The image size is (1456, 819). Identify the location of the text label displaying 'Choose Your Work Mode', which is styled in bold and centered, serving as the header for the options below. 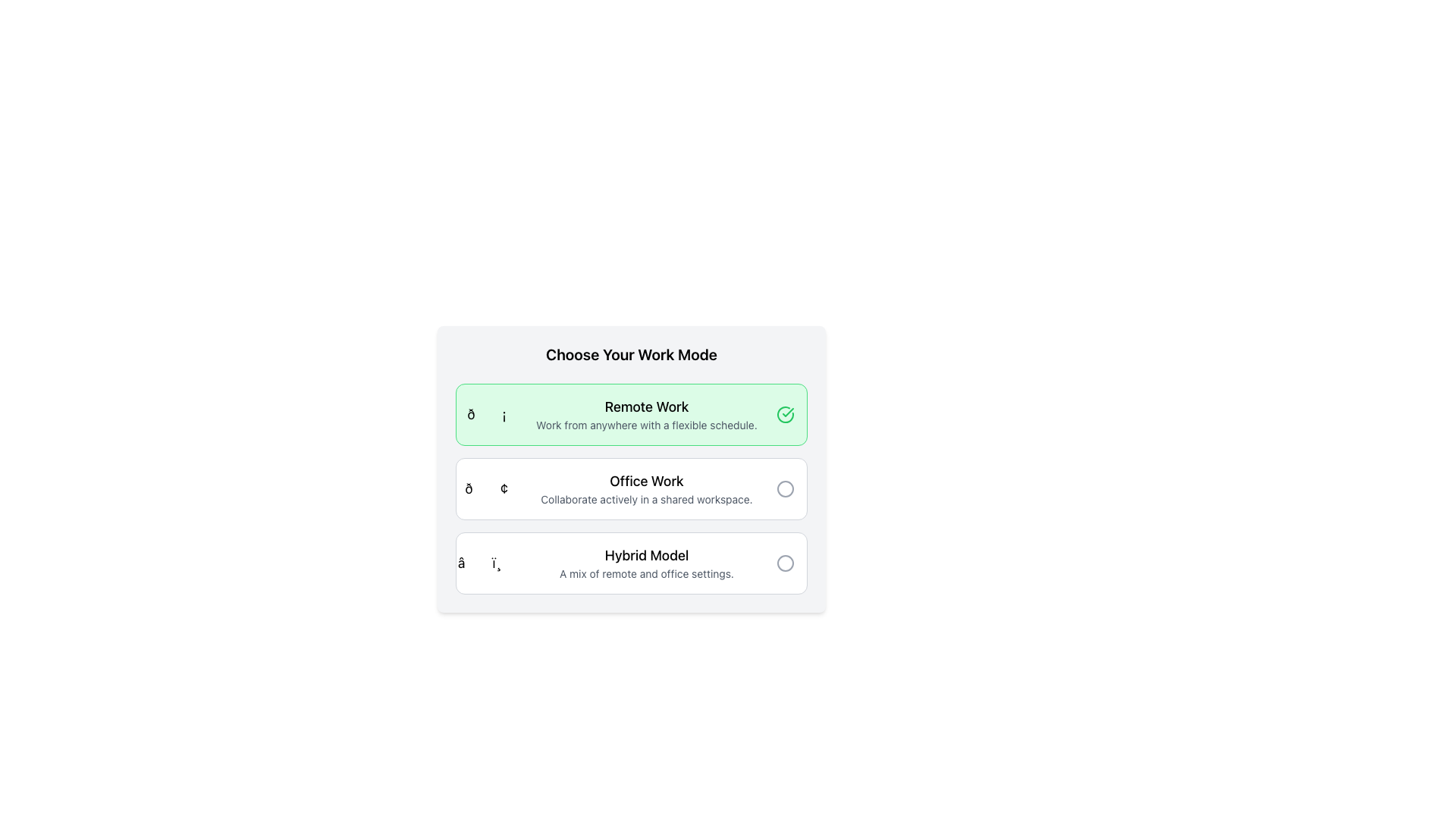
(632, 354).